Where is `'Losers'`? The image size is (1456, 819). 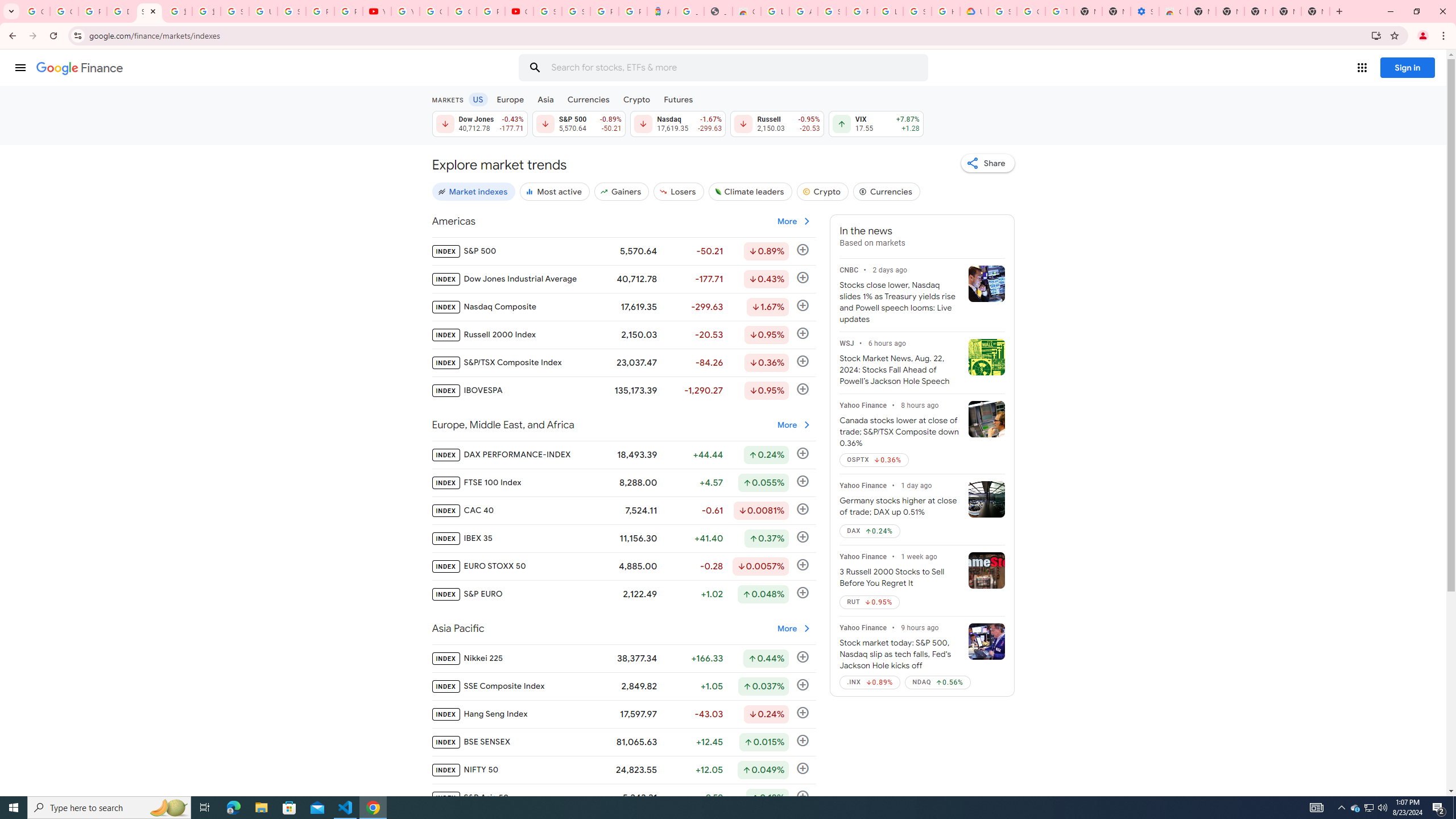 'Losers' is located at coordinates (679, 191).